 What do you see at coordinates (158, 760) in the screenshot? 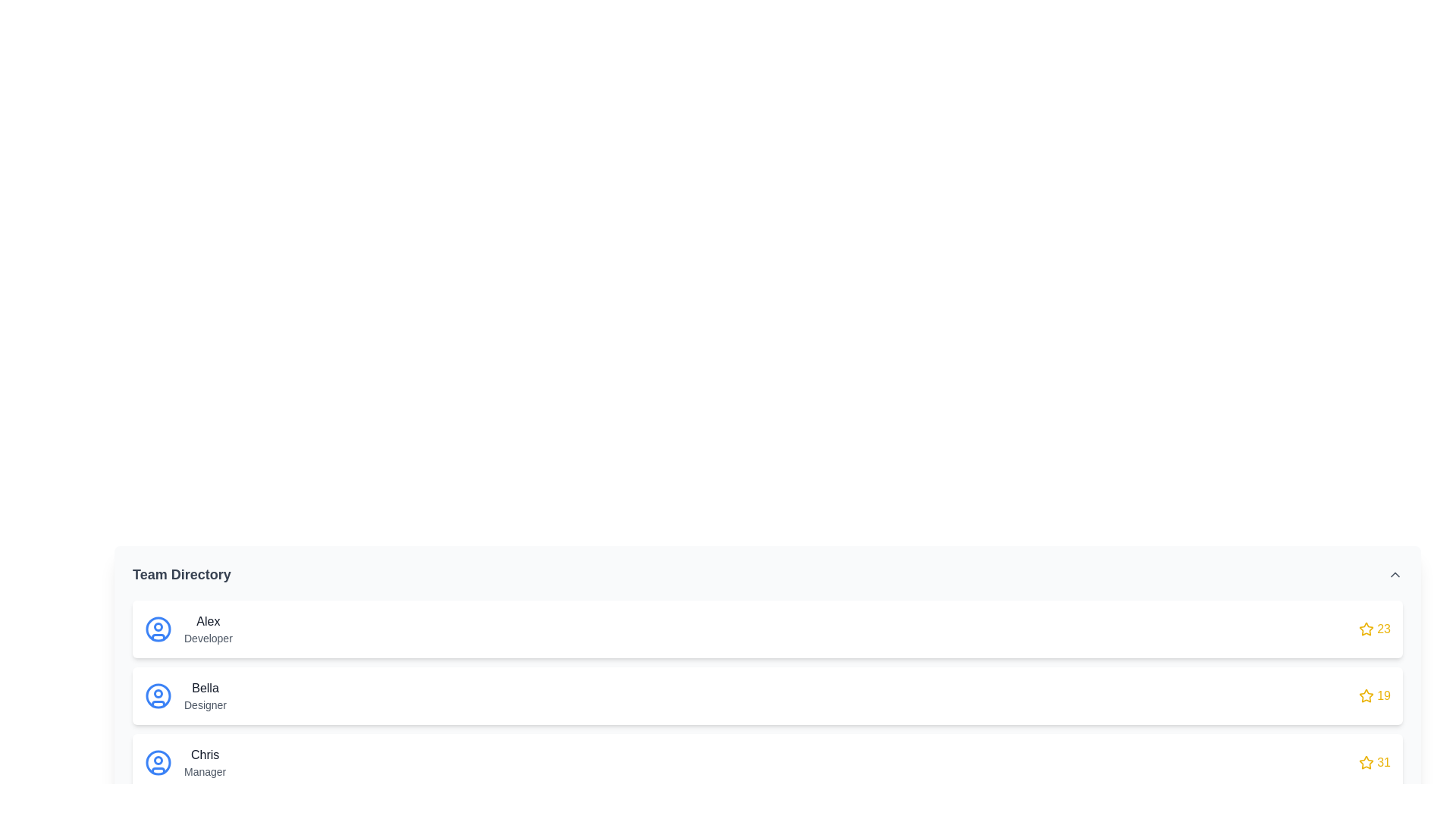
I see `the SVG circle element within the profile icon representing 'Chris'` at bounding box center [158, 760].